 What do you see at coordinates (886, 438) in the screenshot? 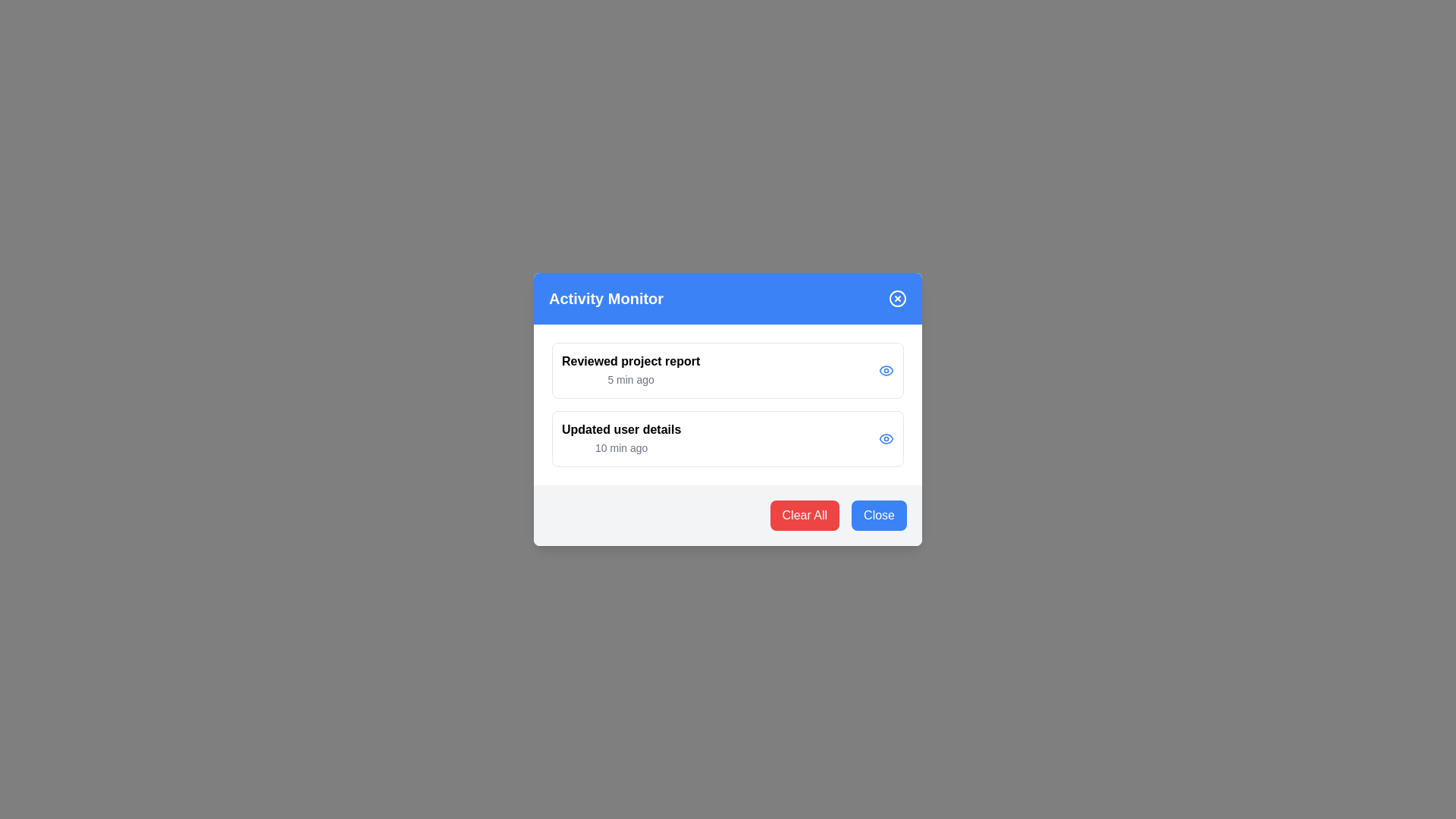
I see `the eye icon for the activity item Updated user details` at bounding box center [886, 438].